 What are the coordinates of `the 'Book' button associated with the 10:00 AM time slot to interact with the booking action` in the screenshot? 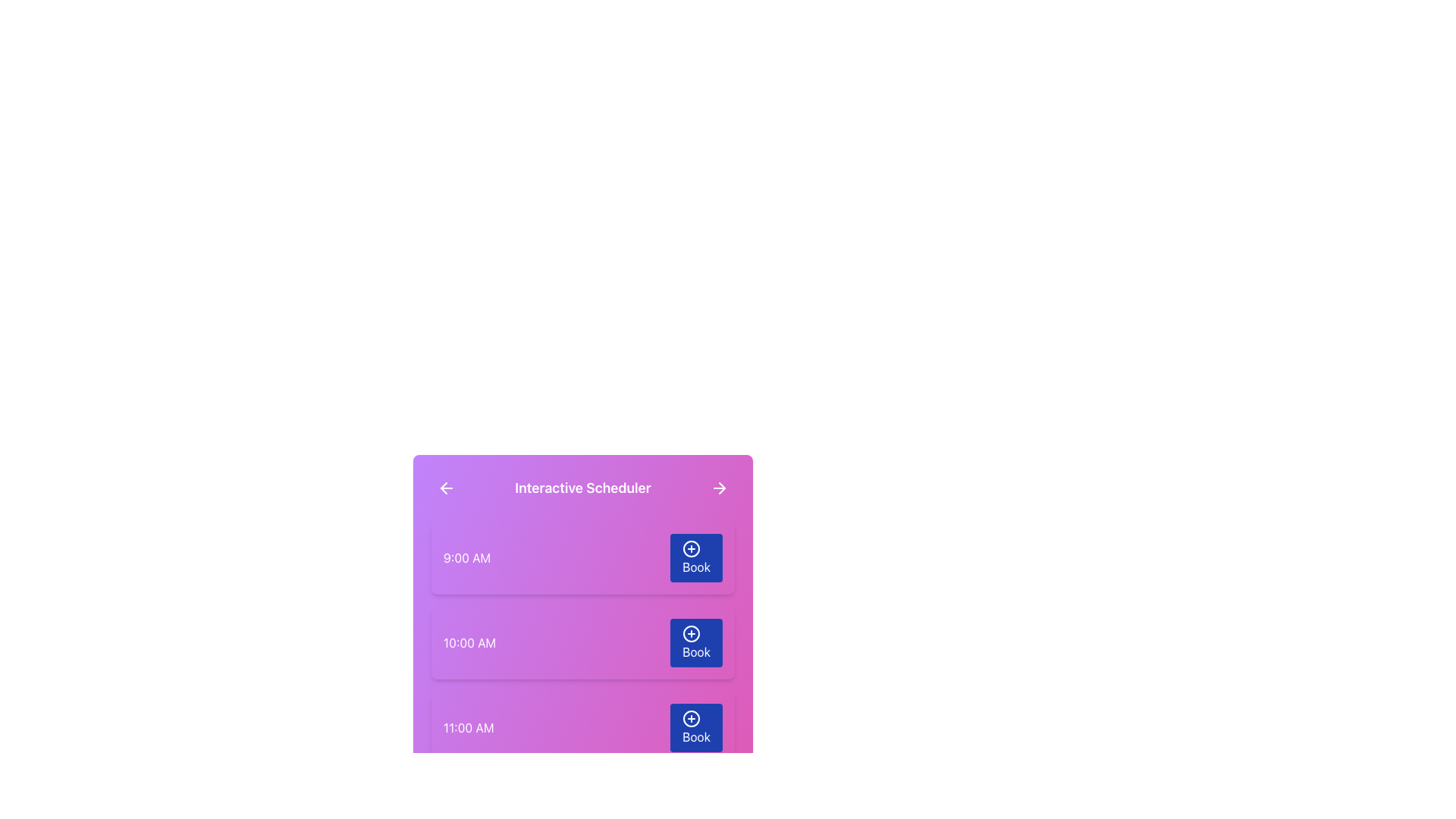 It's located at (691, 634).